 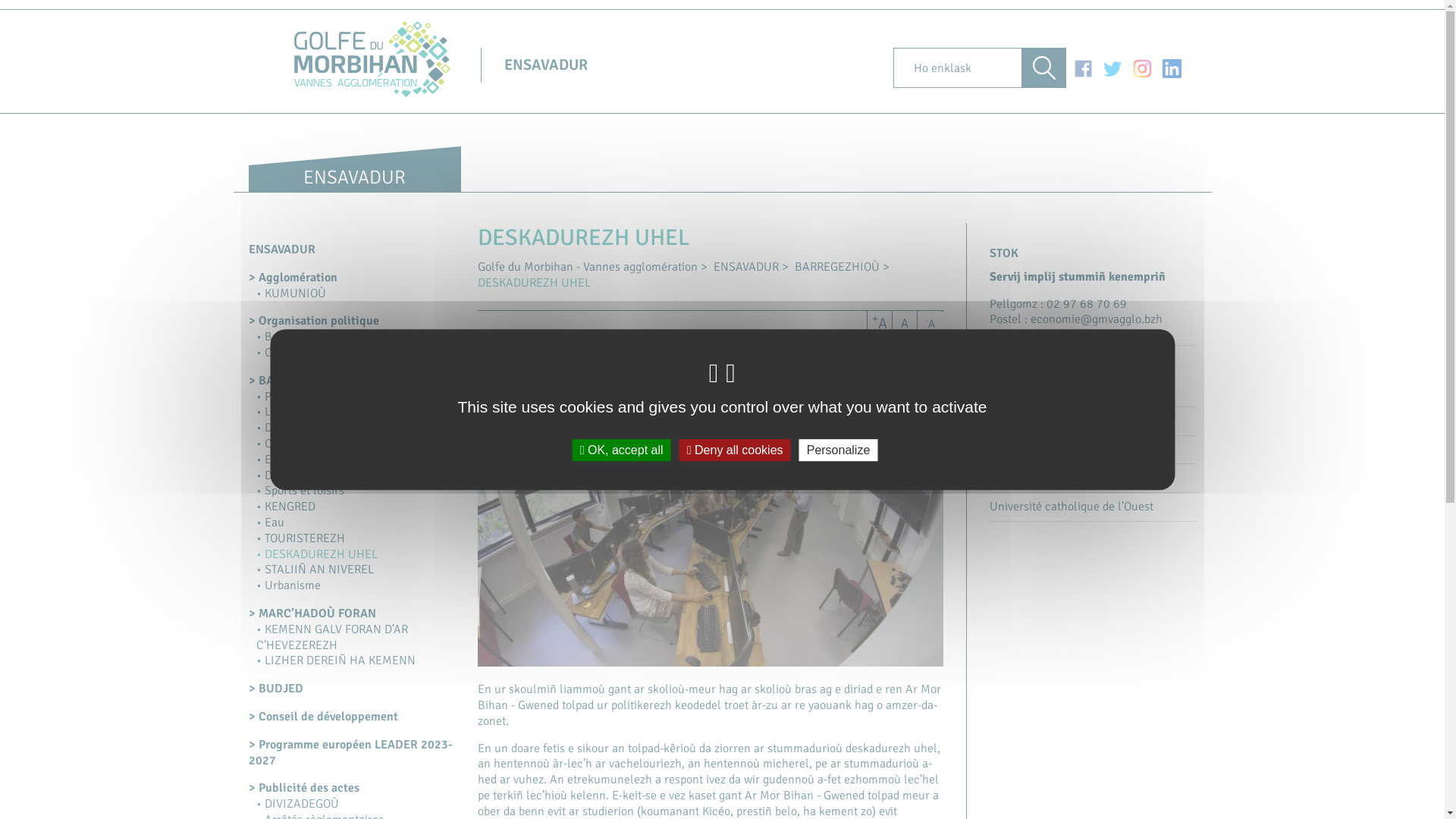 What do you see at coordinates (879, 323) in the screenshot?
I see `'+A'` at bounding box center [879, 323].